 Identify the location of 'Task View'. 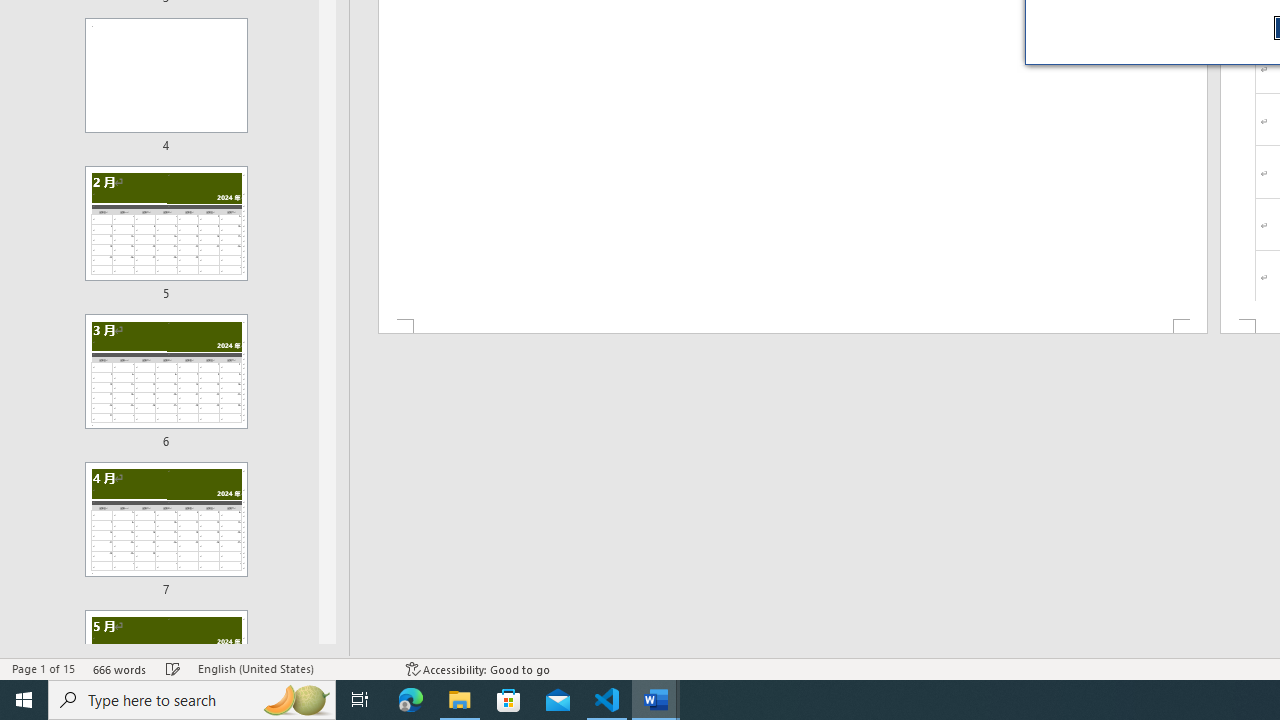
(359, 698).